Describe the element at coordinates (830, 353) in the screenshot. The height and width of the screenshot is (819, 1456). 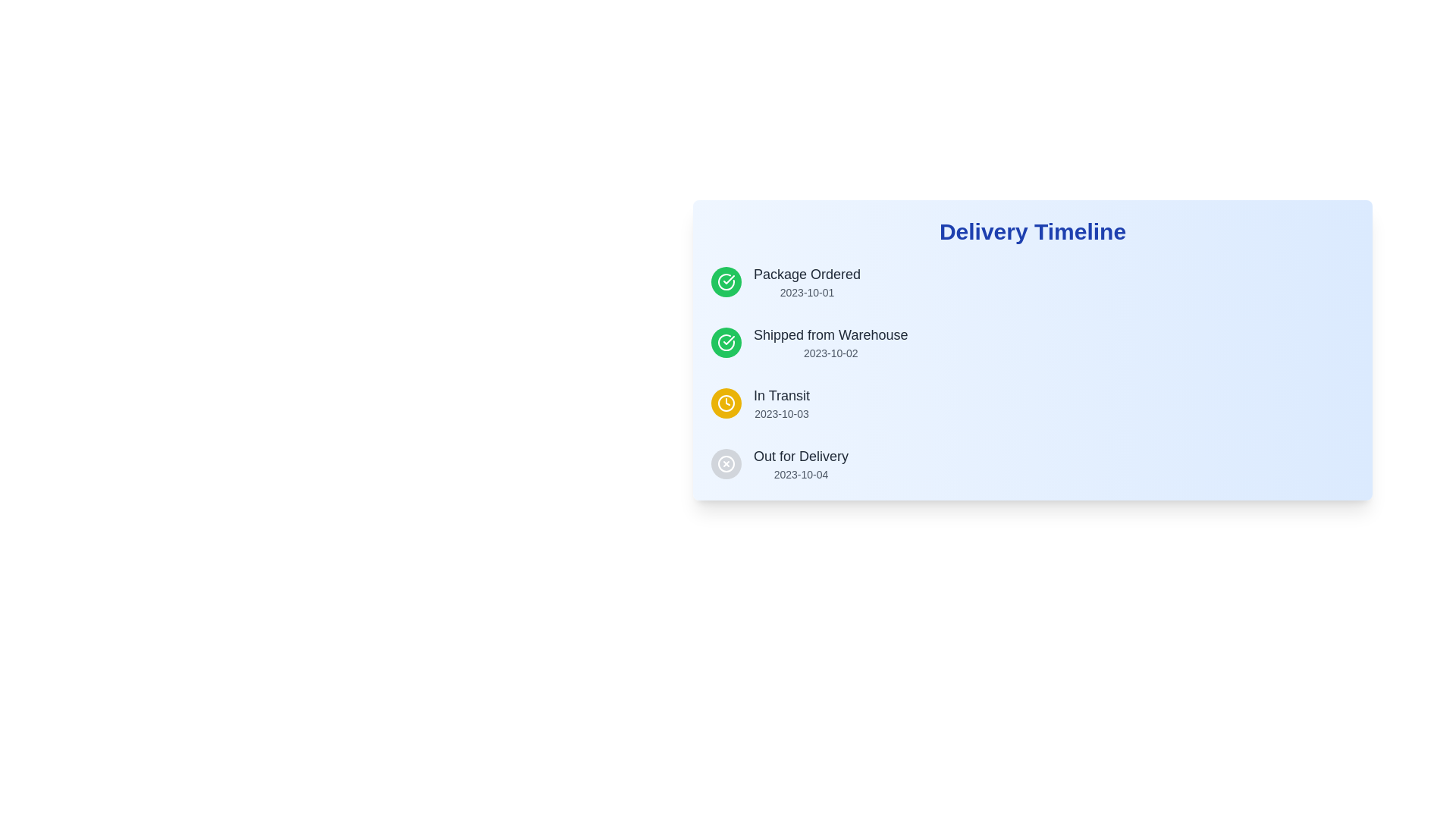
I see `date text label '2023-10-02' located beneath the 'Shipped from Warehouse' label in the timeline` at that location.